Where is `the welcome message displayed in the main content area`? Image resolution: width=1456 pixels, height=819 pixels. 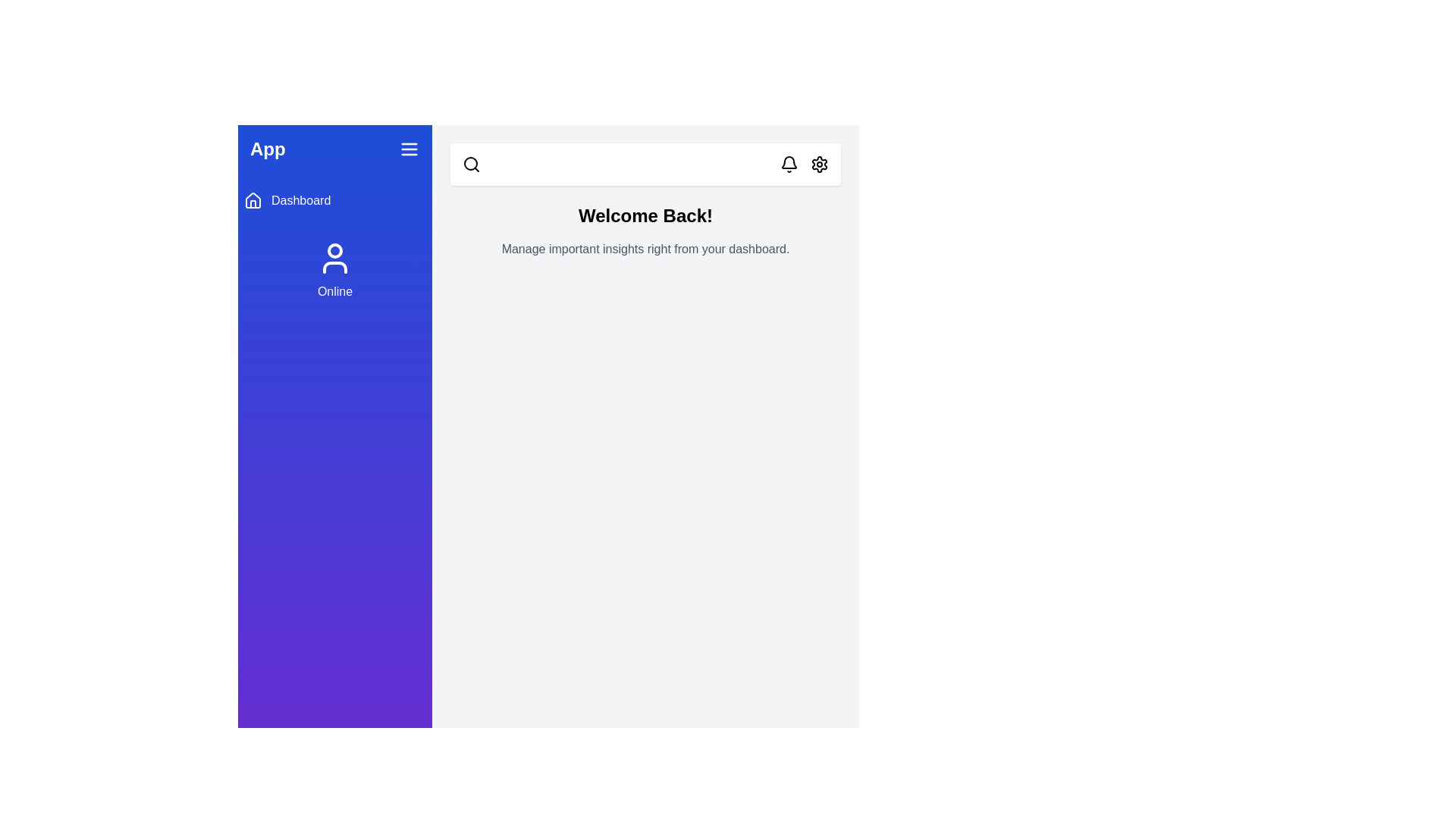 the welcome message displayed in the main content area is located at coordinates (645, 216).